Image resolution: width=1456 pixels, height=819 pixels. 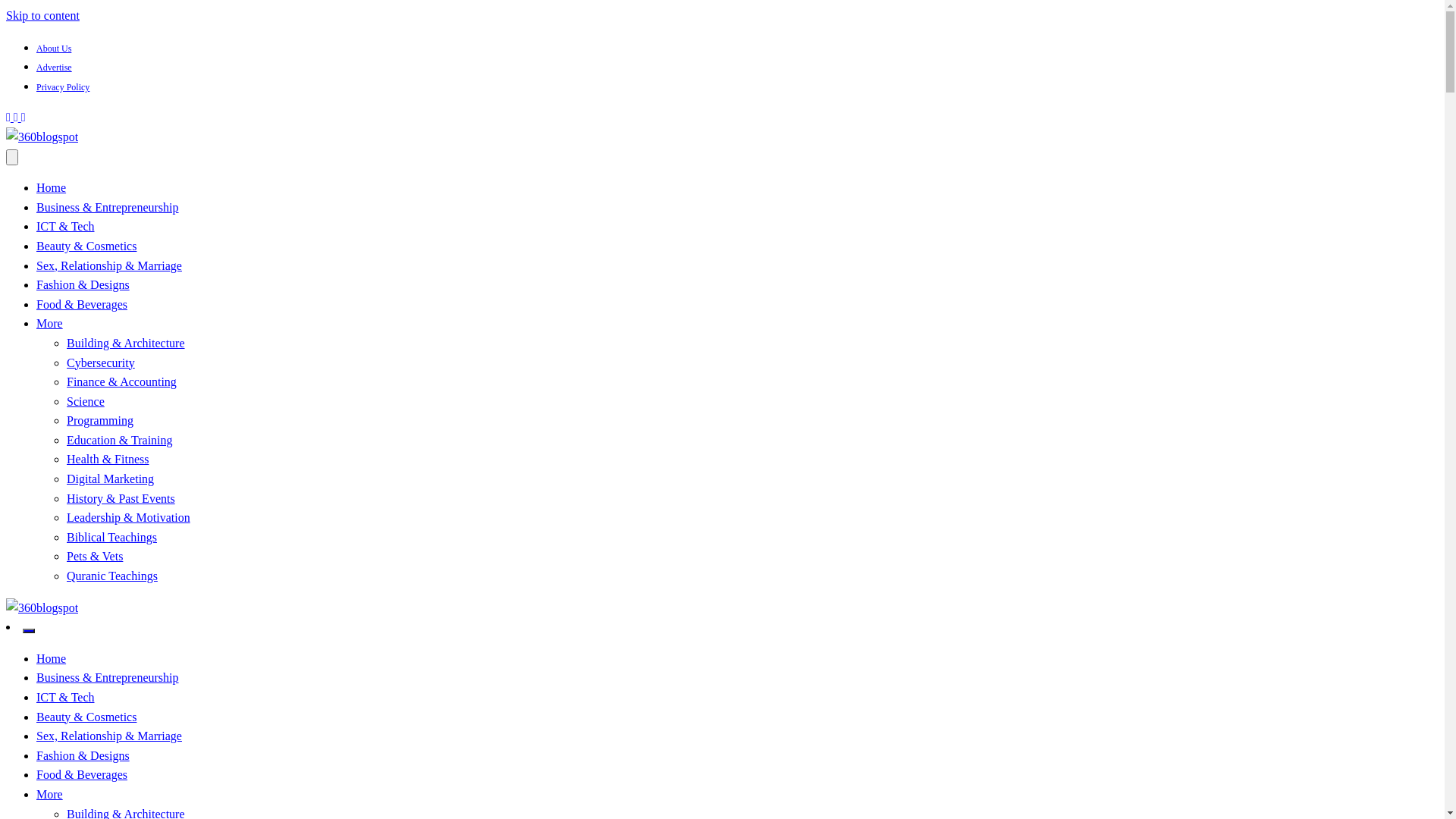 What do you see at coordinates (65, 576) in the screenshot?
I see `'Quranic Teachings'` at bounding box center [65, 576].